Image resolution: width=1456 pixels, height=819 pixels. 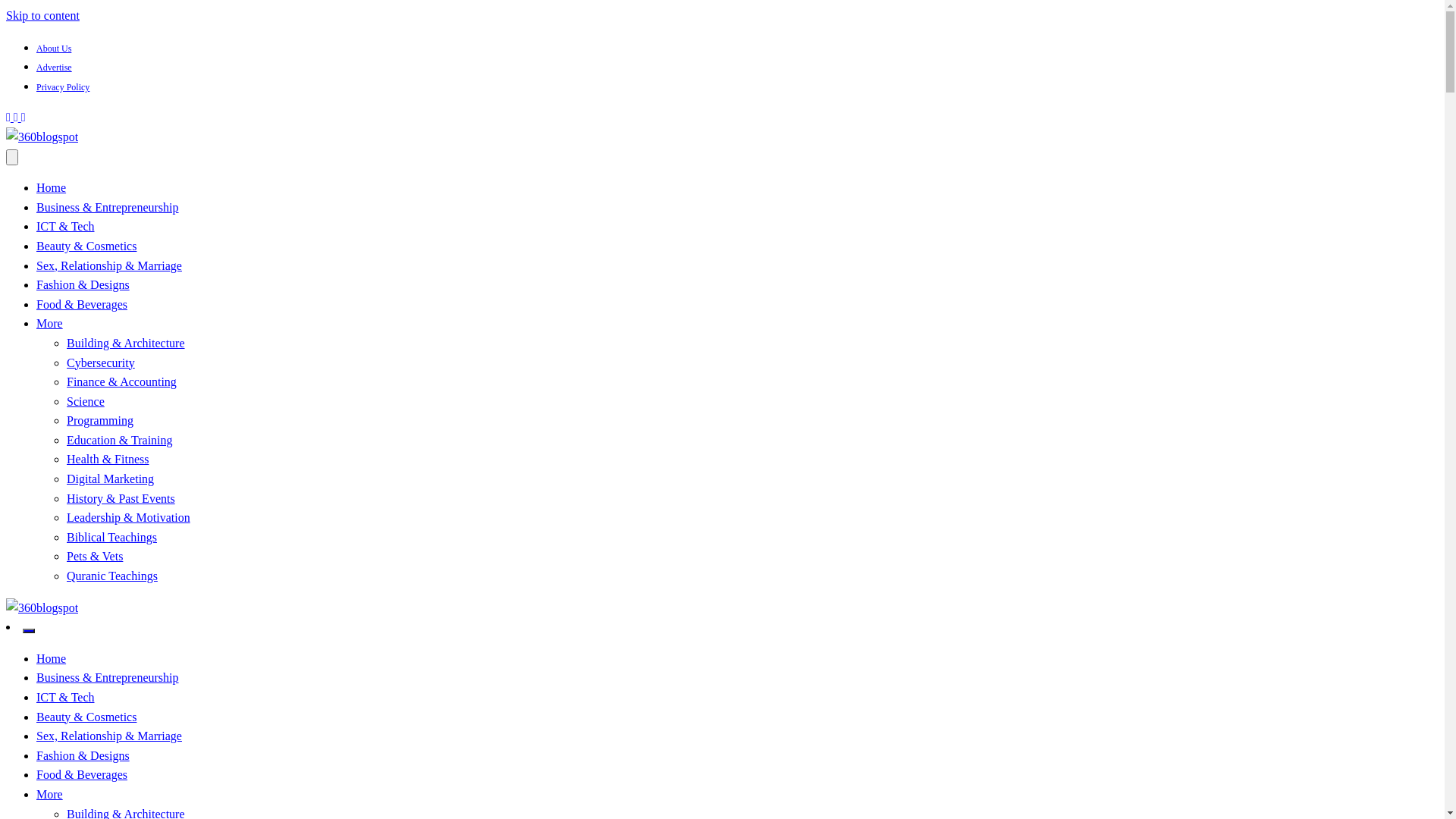 What do you see at coordinates (65, 576) in the screenshot?
I see `'Quranic Teachings'` at bounding box center [65, 576].